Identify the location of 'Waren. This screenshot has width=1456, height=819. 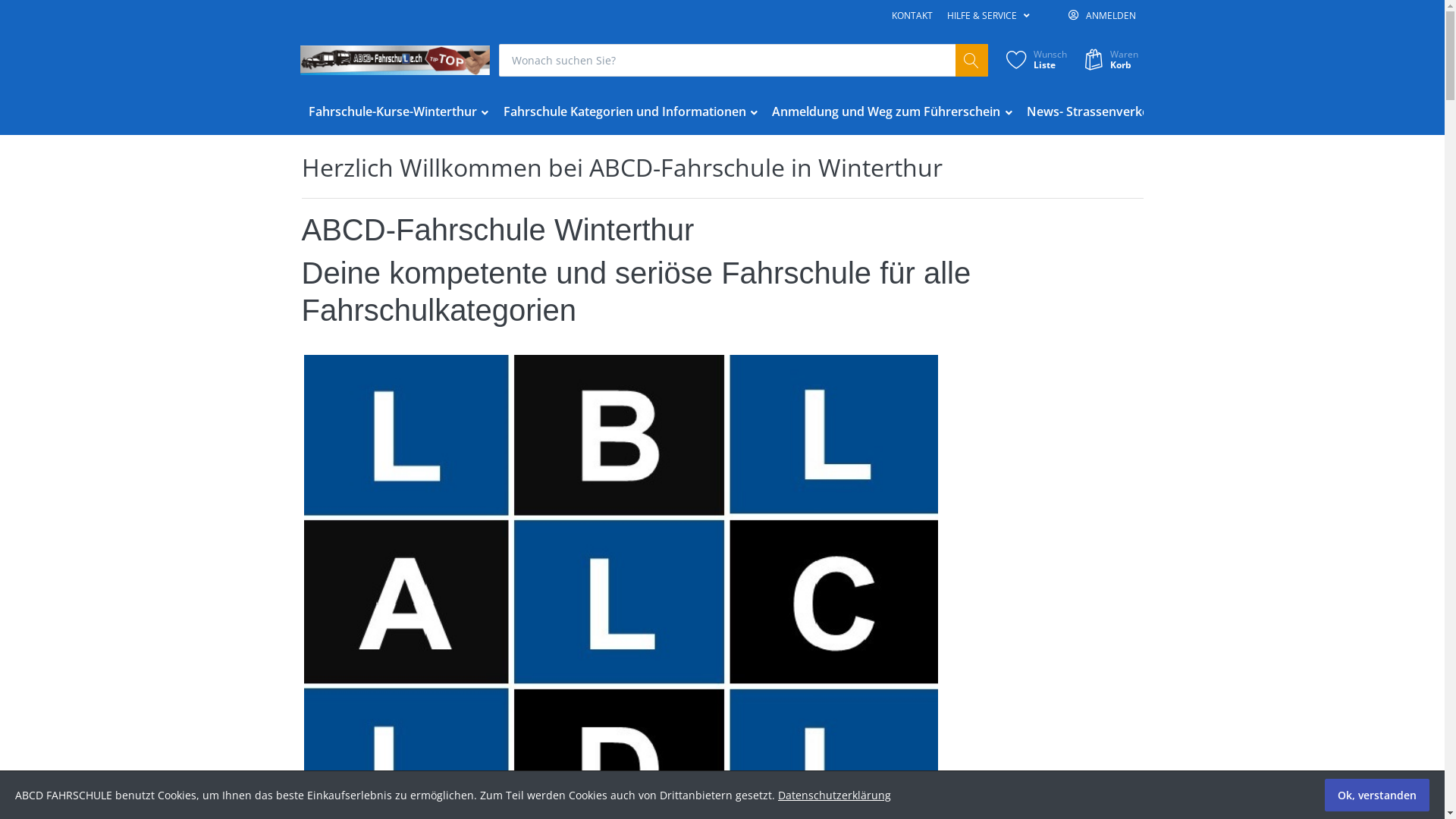
(1109, 59).